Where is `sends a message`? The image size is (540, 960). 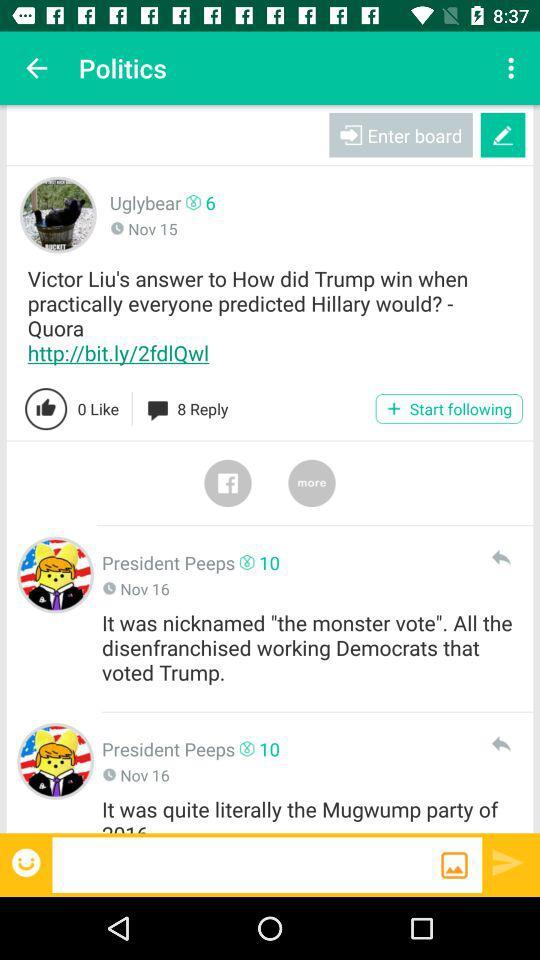 sends a message is located at coordinates (508, 861).